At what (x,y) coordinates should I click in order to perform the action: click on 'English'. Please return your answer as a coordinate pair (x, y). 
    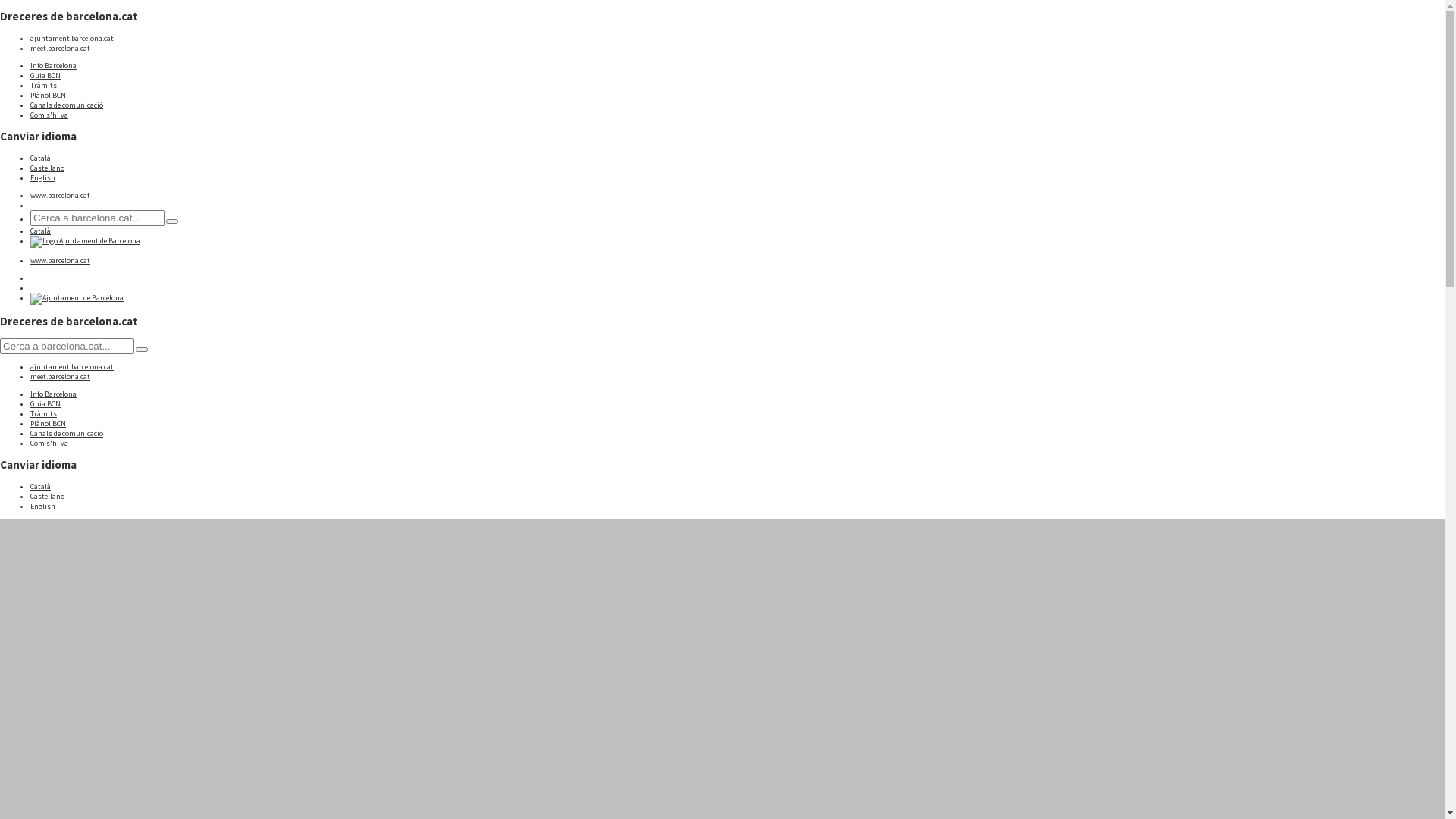
    Looking at the image, I should click on (30, 505).